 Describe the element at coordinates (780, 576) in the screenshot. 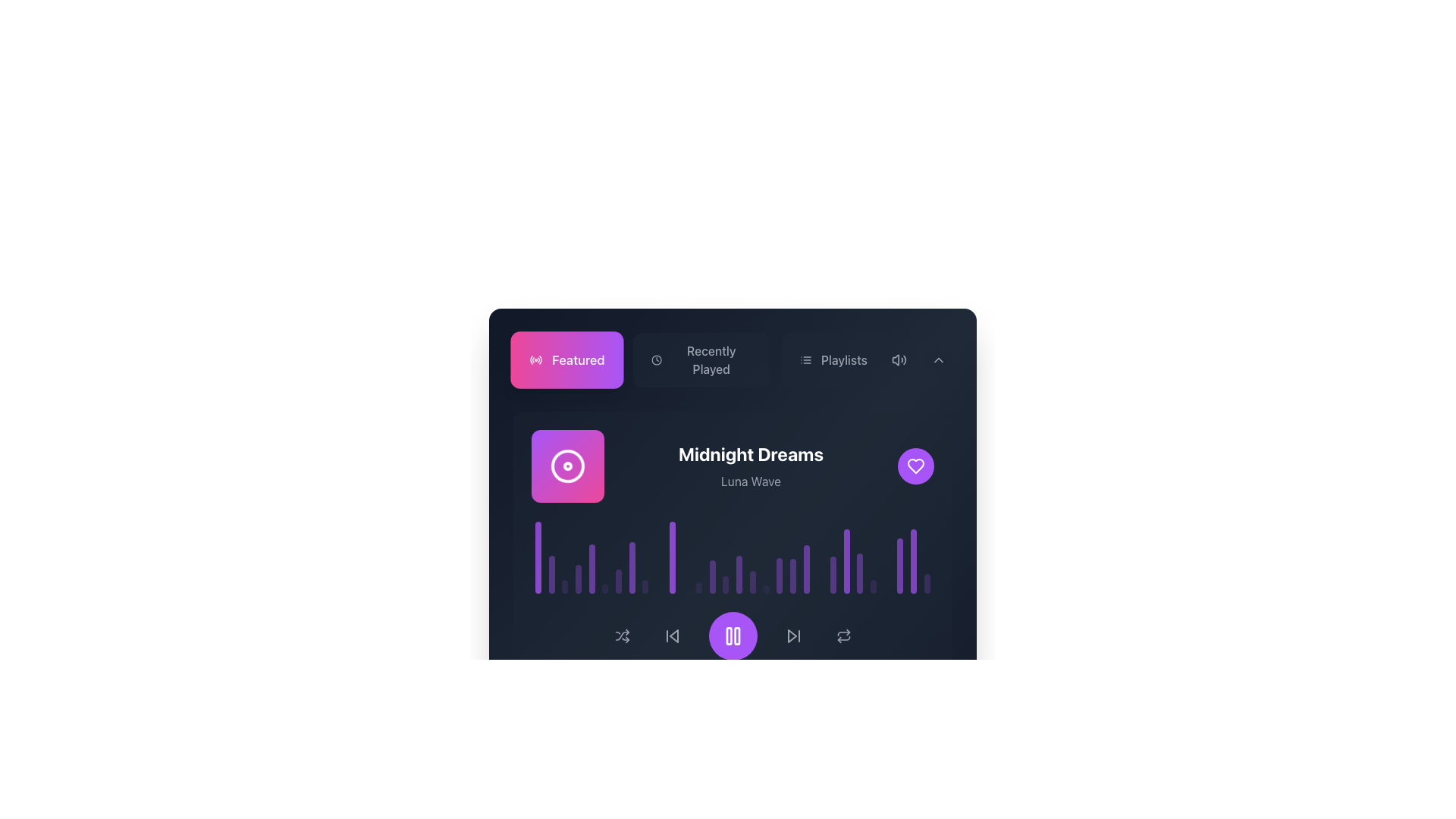

I see `the seventeenth bar in the music equalizer graphical visualization, which is located centrally in the lower part of the interface, below the song title and above playback controls` at that location.